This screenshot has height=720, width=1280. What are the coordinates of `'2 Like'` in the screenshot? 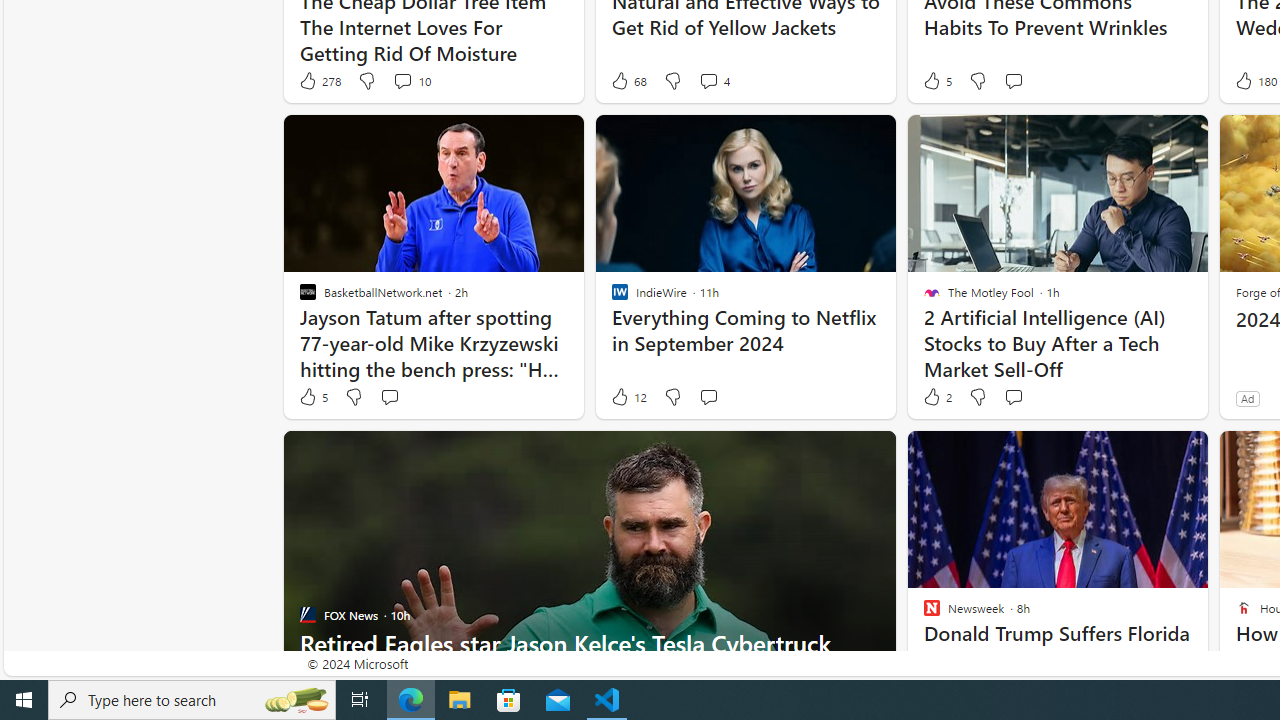 It's located at (935, 397).